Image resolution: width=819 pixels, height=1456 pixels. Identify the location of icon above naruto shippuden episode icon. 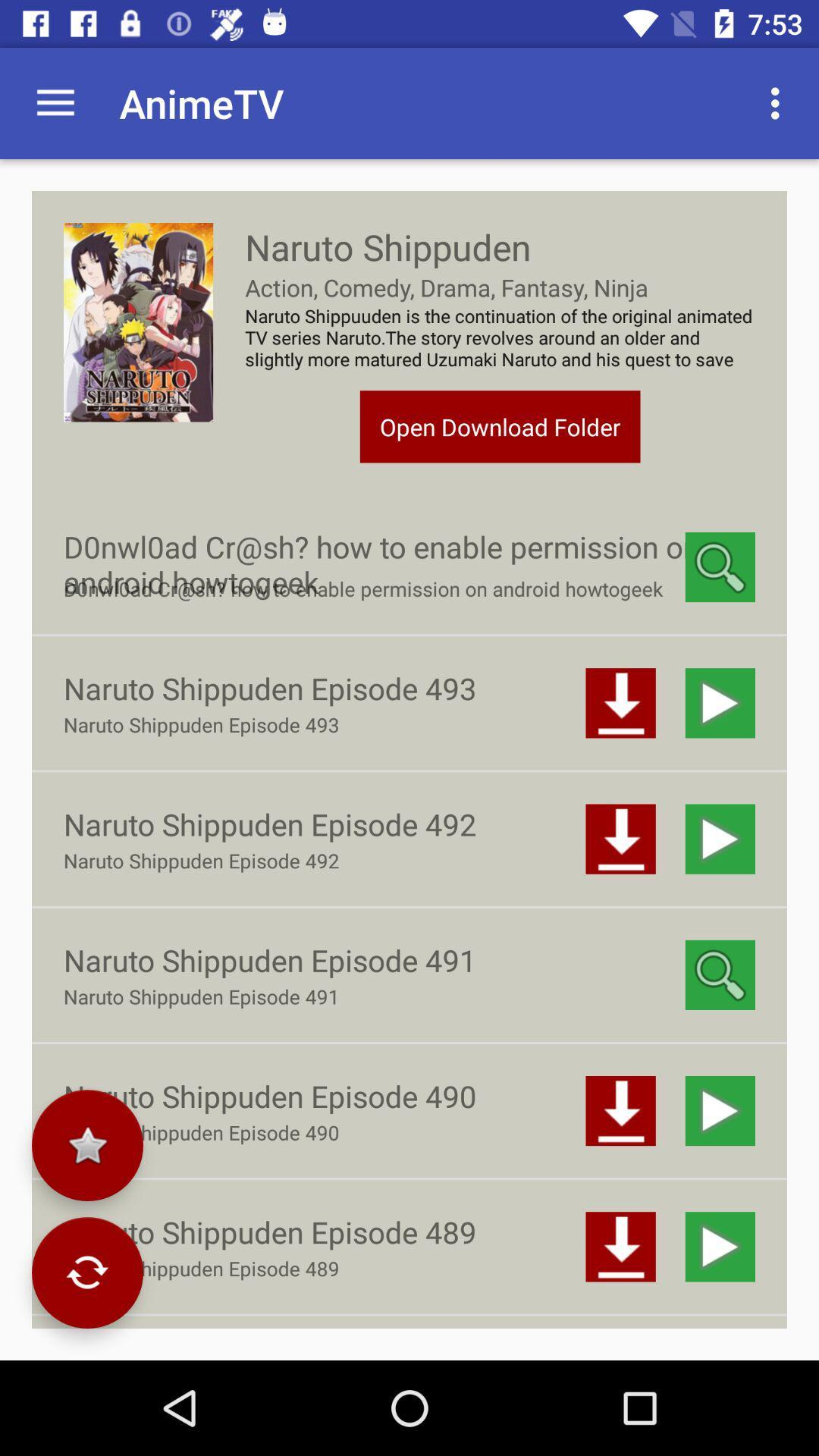
(87, 1145).